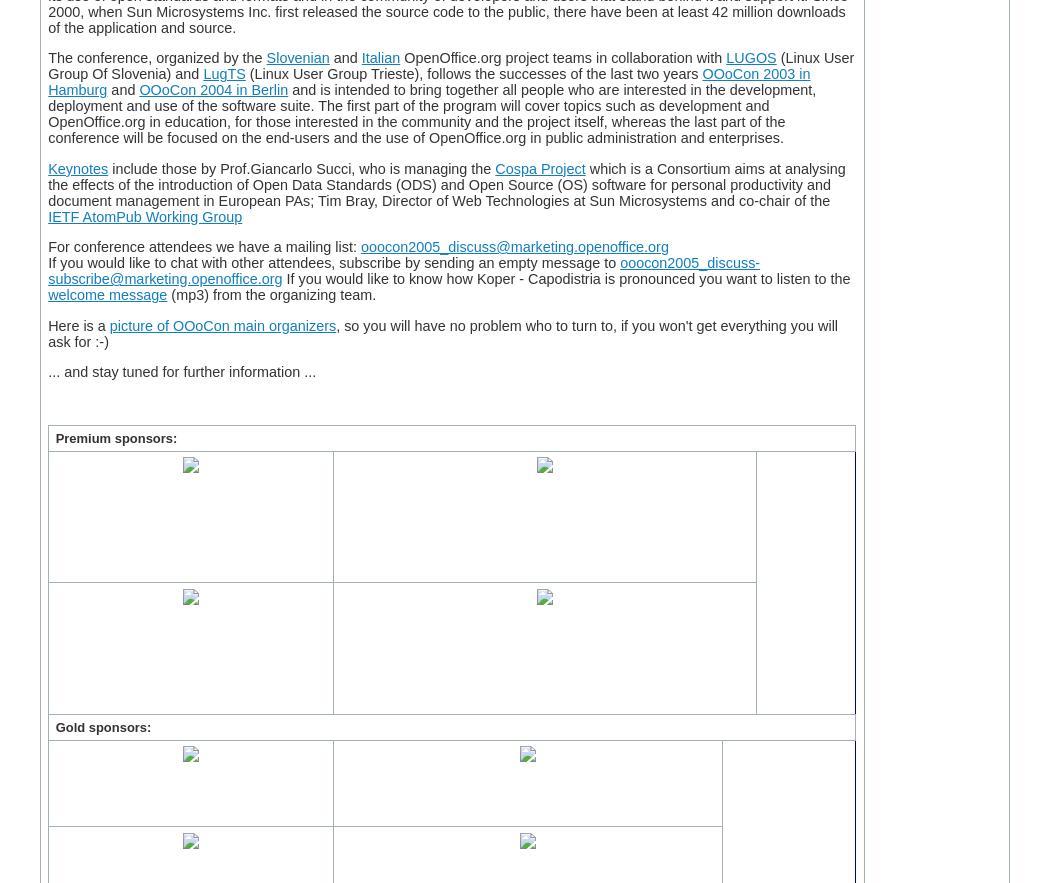  What do you see at coordinates (428, 82) in the screenshot?
I see `'OOoCon 
    2003 in Hamburg'` at bounding box center [428, 82].